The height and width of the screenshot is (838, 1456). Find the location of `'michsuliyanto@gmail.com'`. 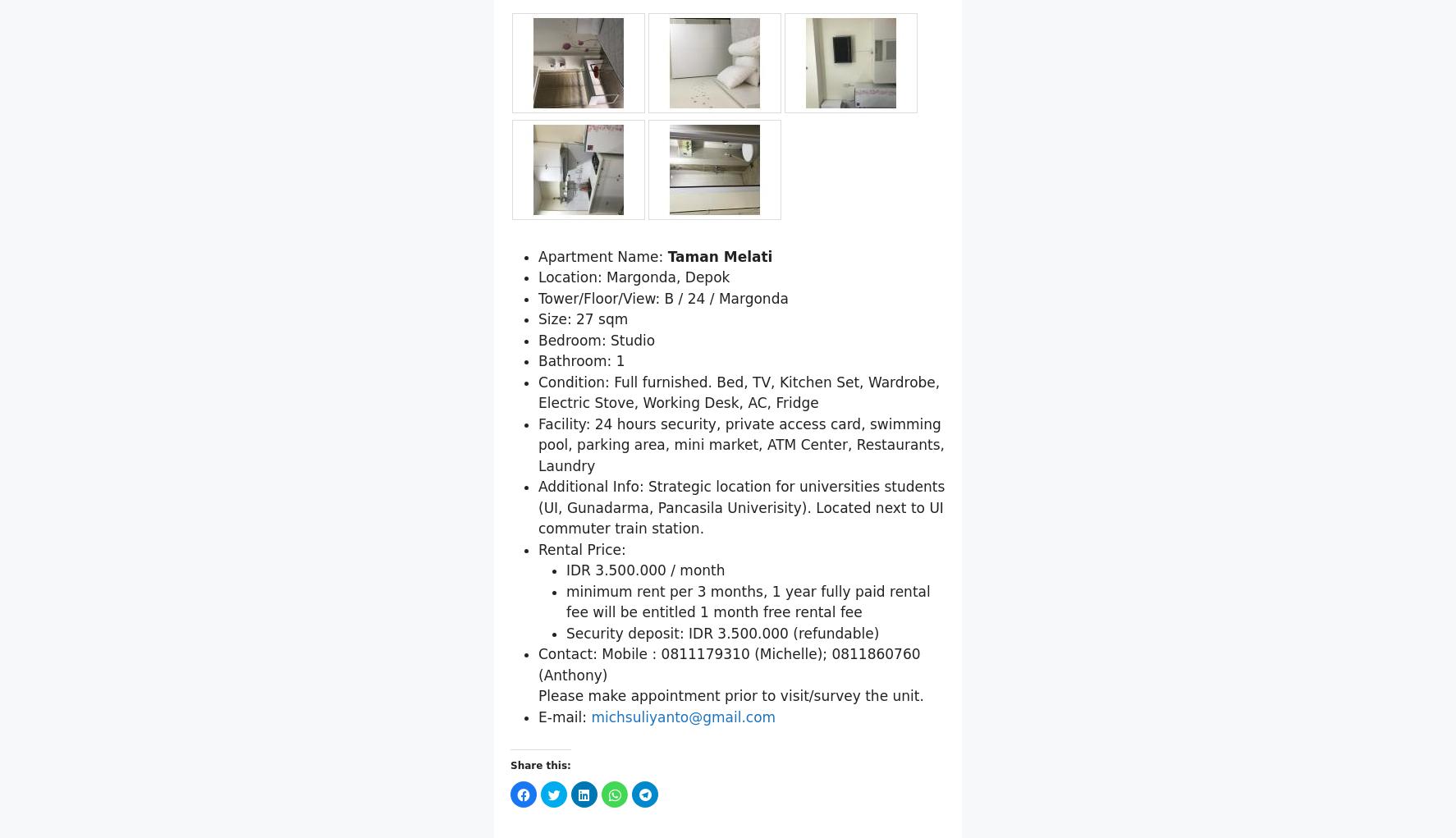

'michsuliyanto@gmail.com' is located at coordinates (683, 800).